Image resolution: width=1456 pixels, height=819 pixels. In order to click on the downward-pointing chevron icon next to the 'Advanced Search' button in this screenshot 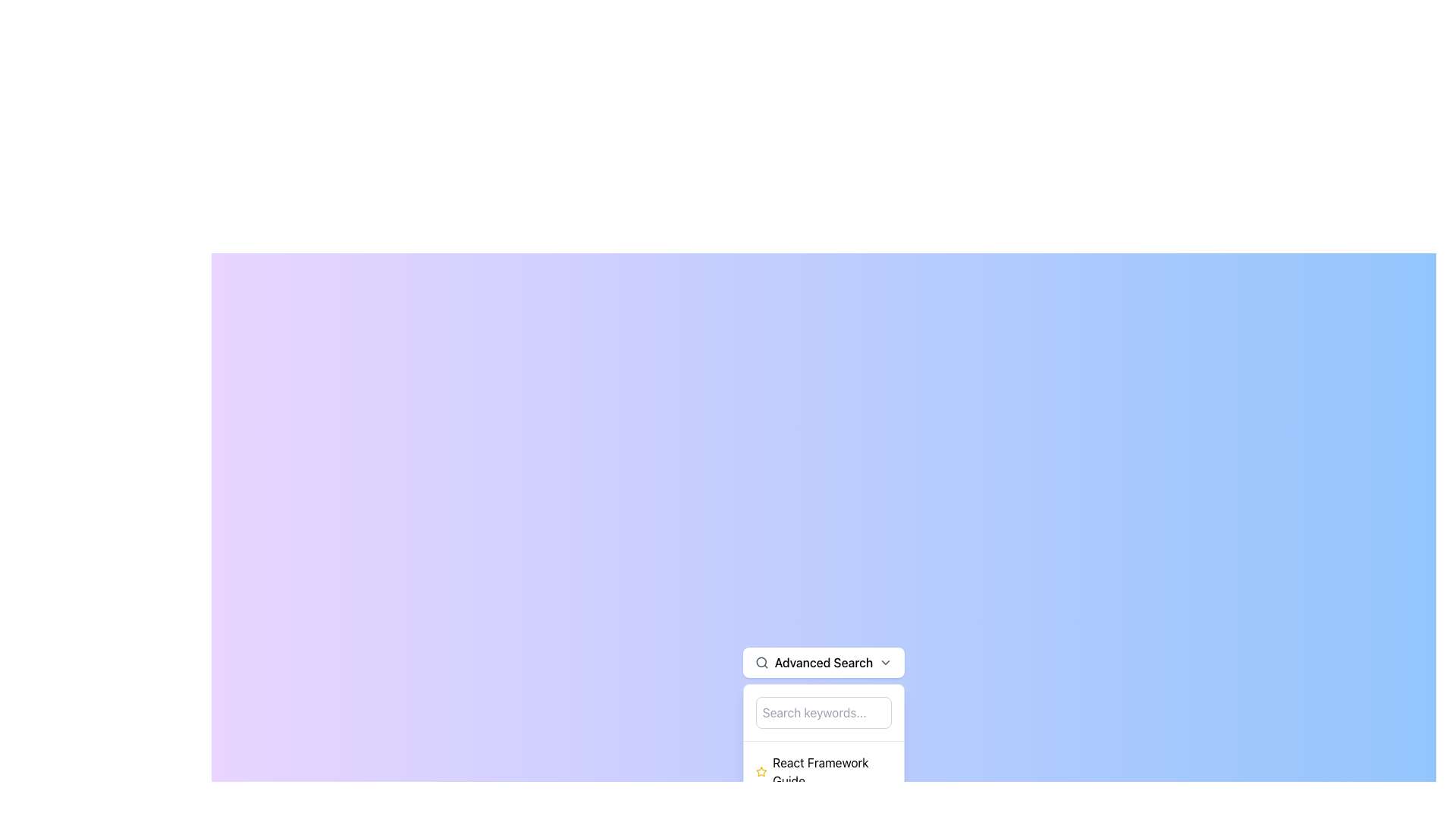, I will do `click(886, 662)`.